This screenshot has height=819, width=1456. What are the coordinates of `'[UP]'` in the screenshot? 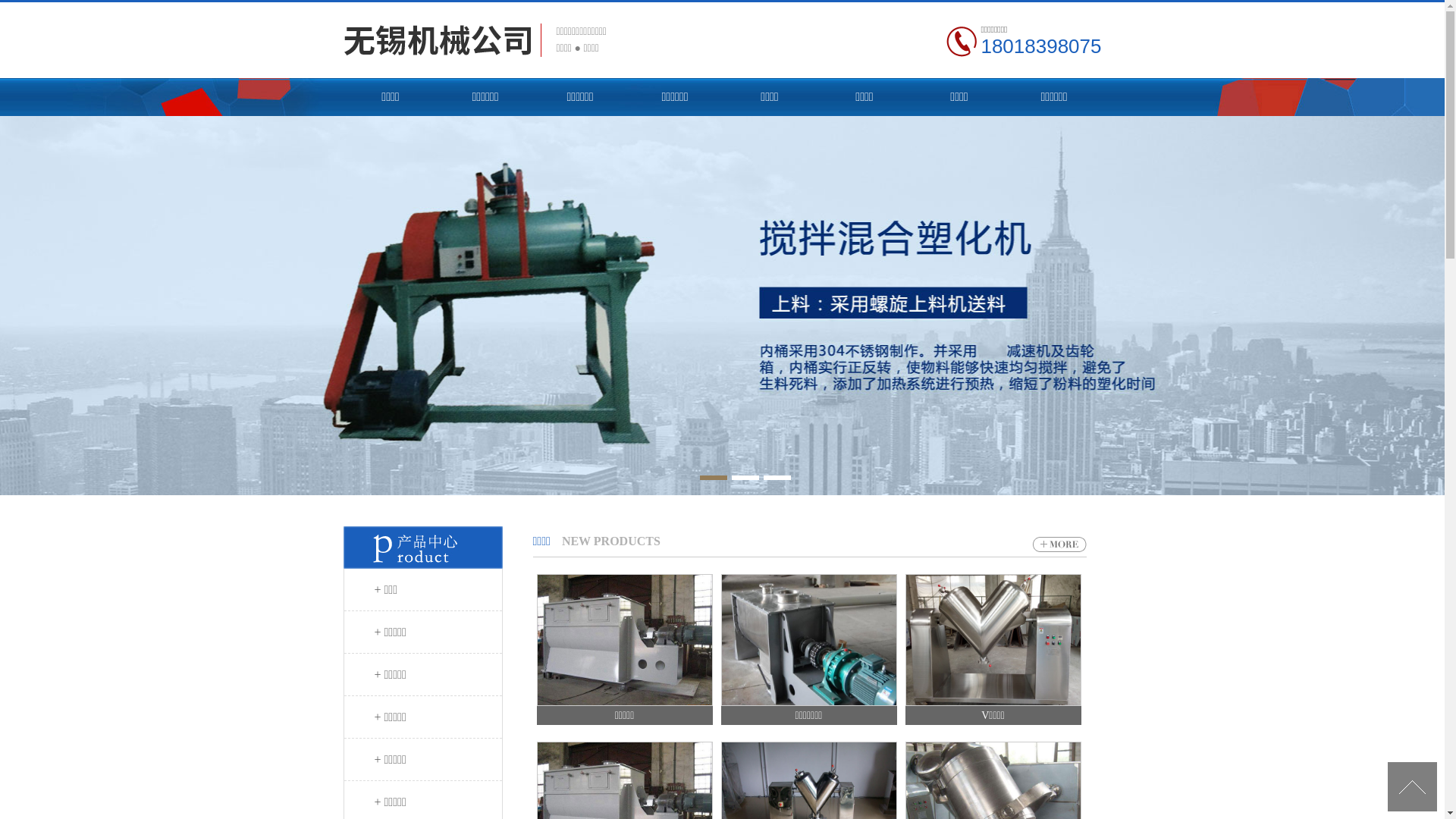 It's located at (1411, 786).